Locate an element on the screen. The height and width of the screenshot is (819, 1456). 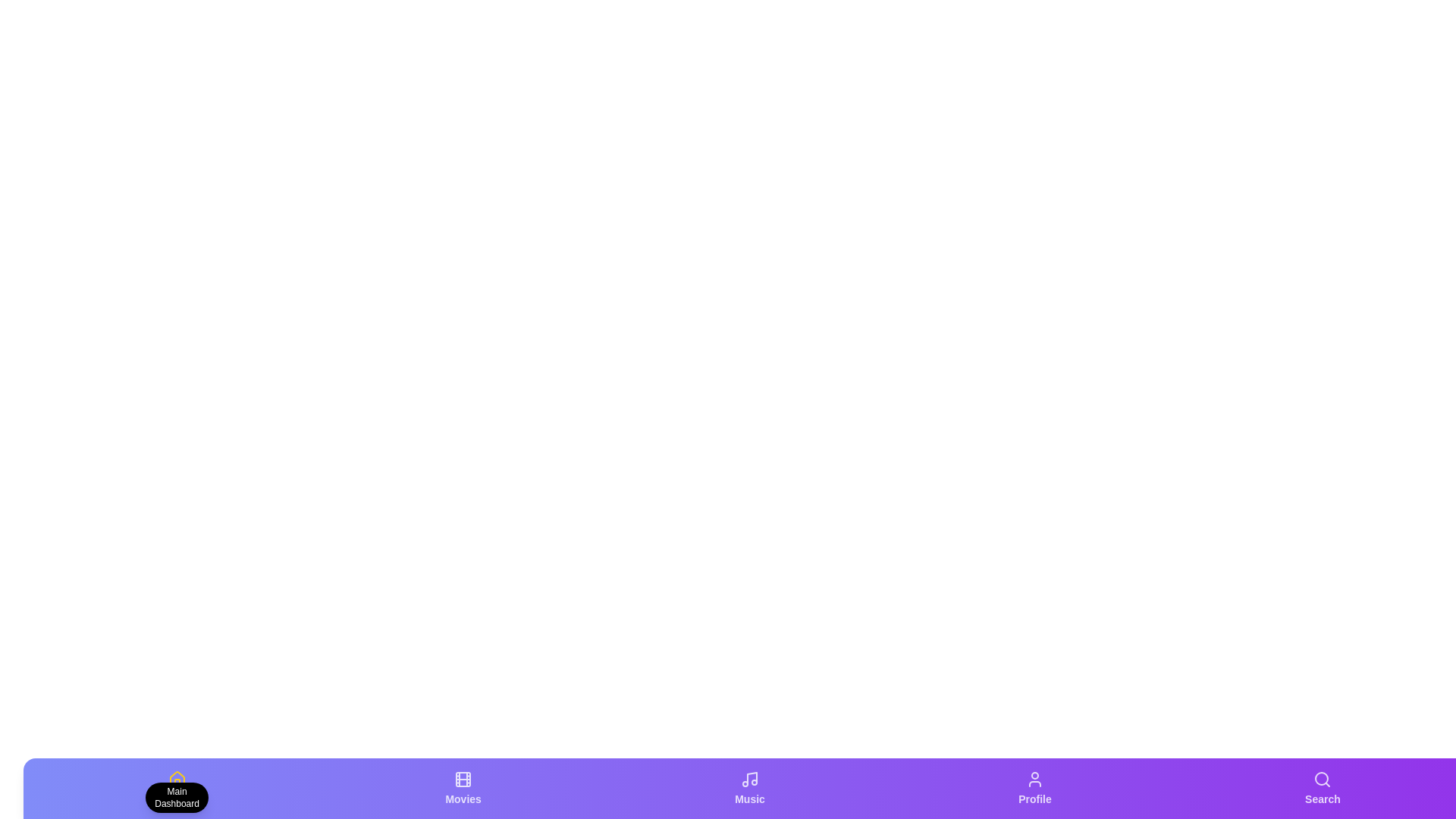
the tab labeled 'Profile' to view its description tooltip is located at coordinates (1034, 788).